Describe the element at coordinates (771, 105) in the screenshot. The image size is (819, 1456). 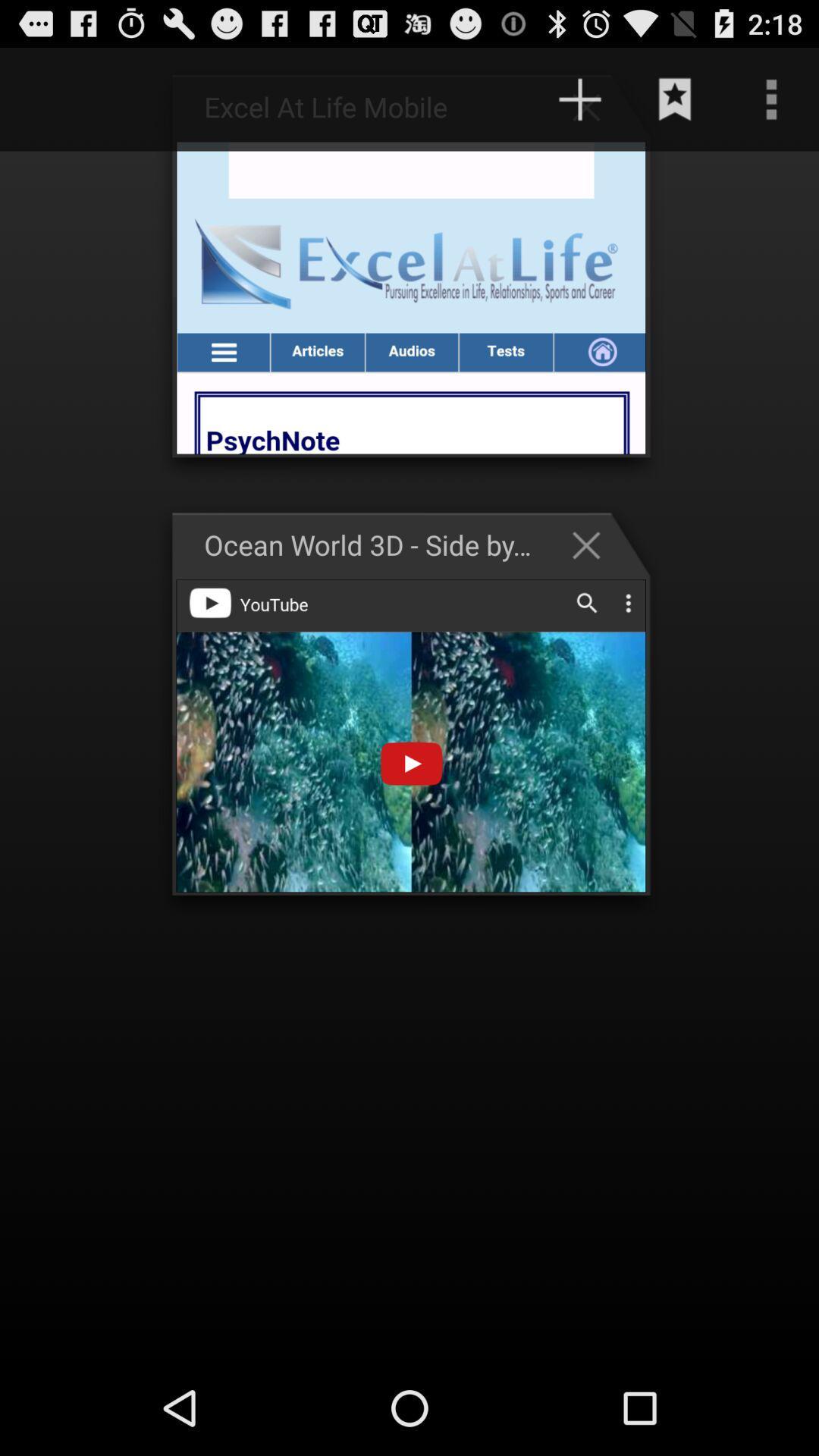
I see `the more icon` at that location.